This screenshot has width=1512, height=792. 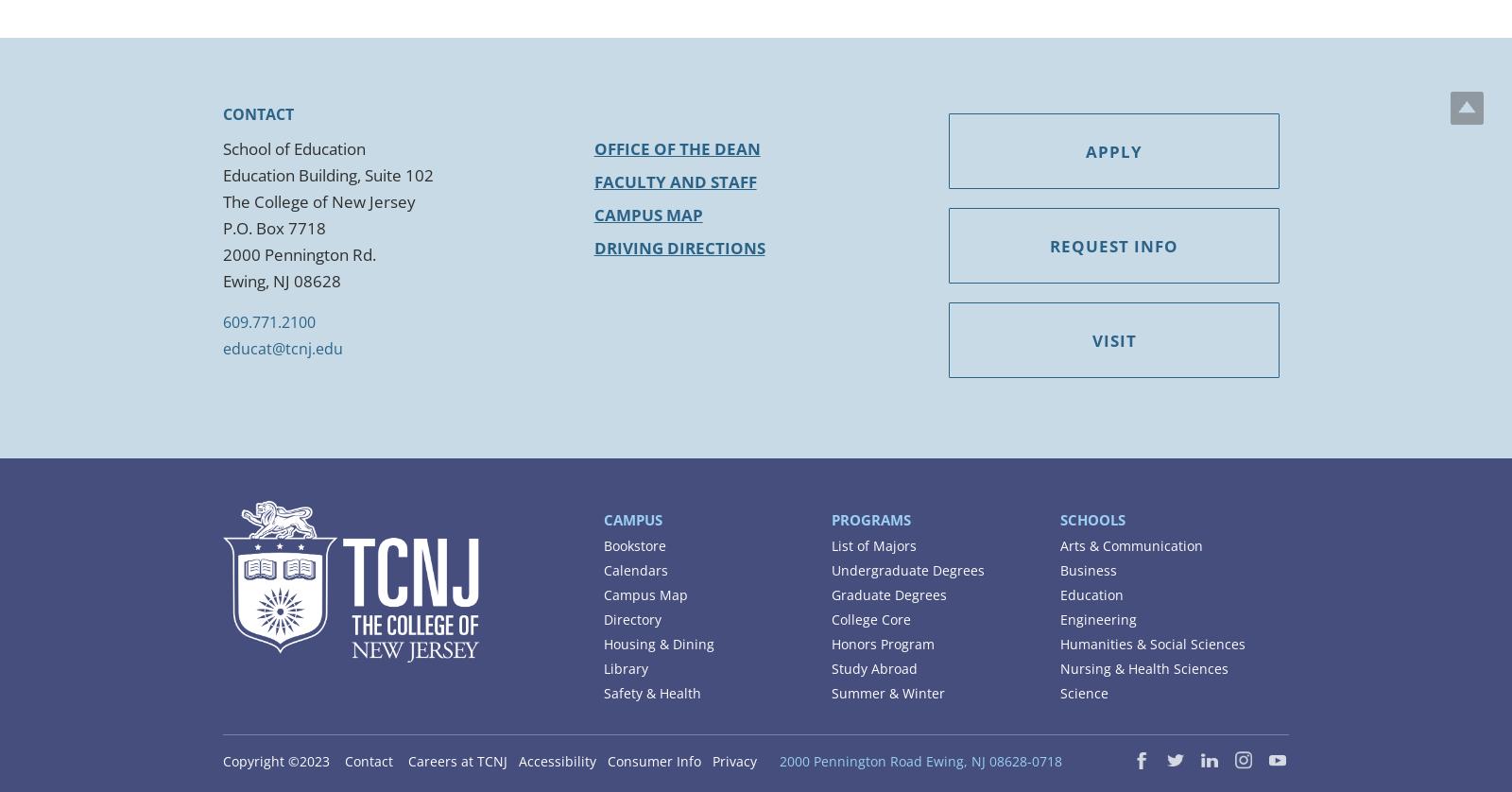 I want to click on 'Library', so click(x=626, y=667).